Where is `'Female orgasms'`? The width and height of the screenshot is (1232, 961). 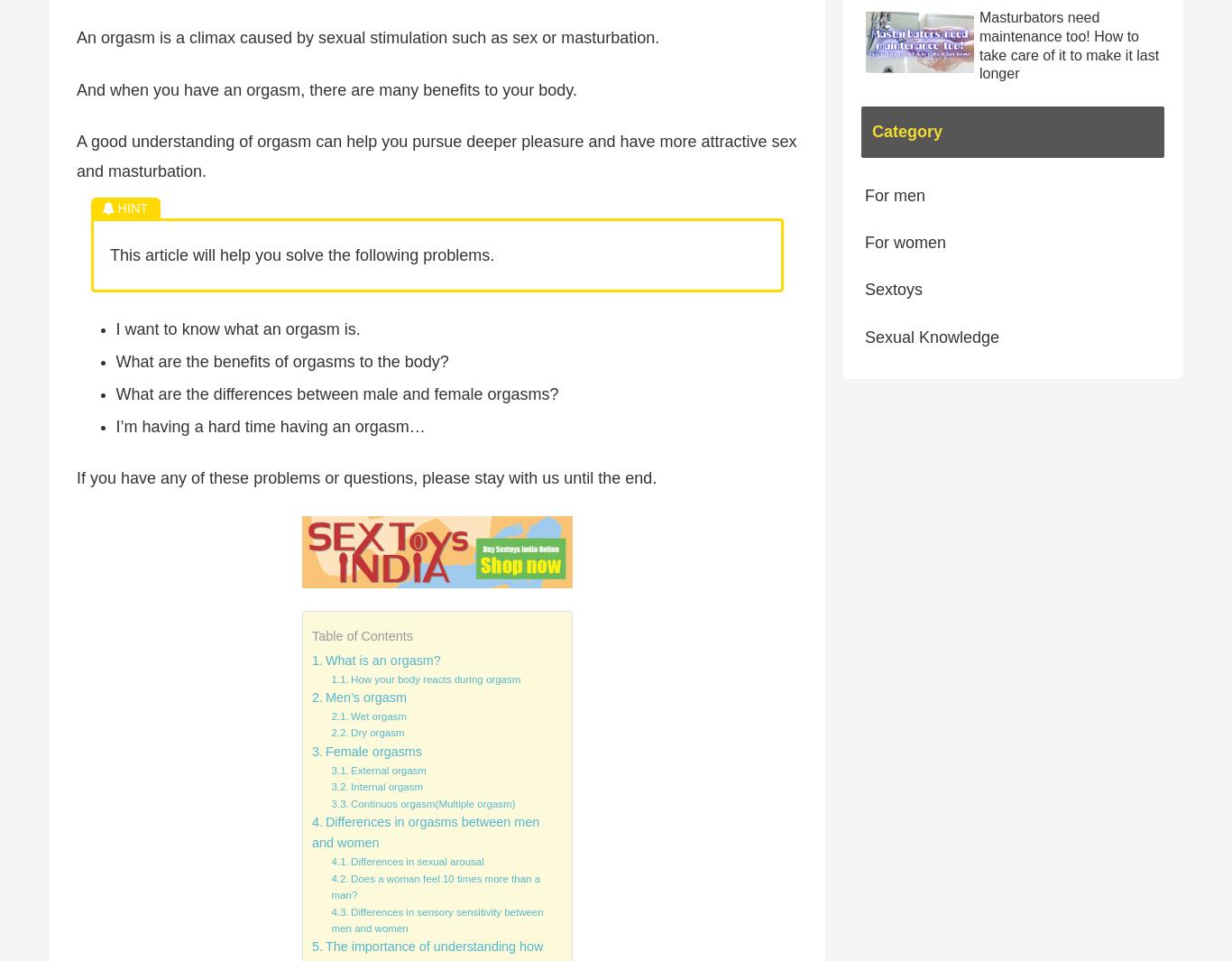 'Female orgasms' is located at coordinates (372, 750).